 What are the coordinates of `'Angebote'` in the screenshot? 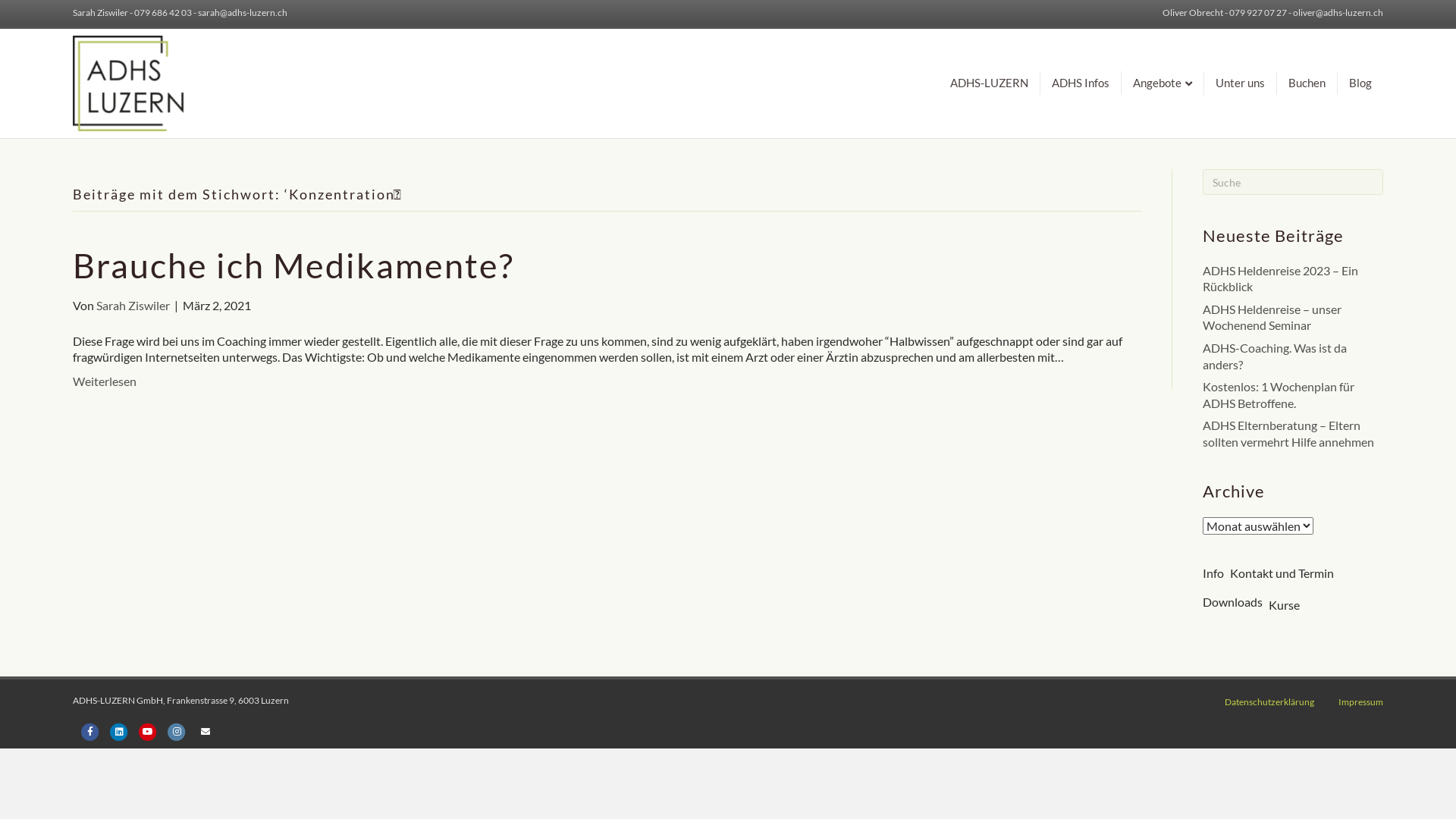 It's located at (1162, 83).